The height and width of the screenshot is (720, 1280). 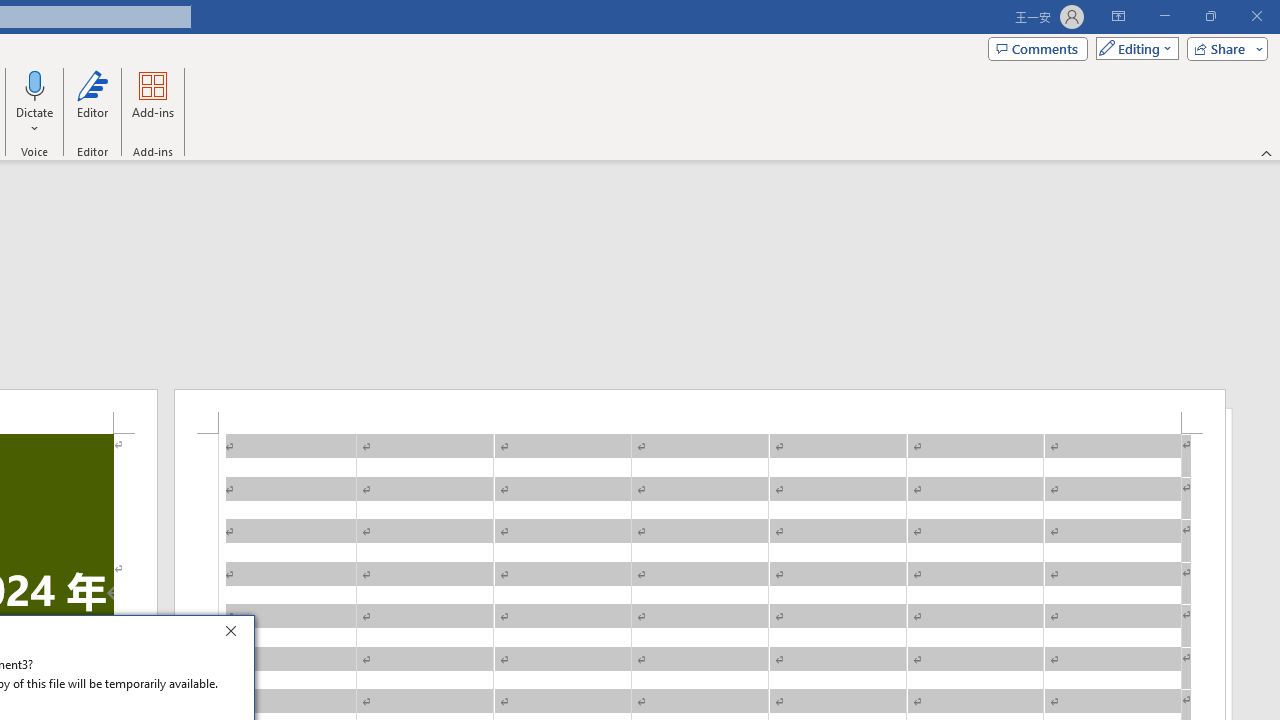 I want to click on 'Minimize', so click(x=1164, y=16).